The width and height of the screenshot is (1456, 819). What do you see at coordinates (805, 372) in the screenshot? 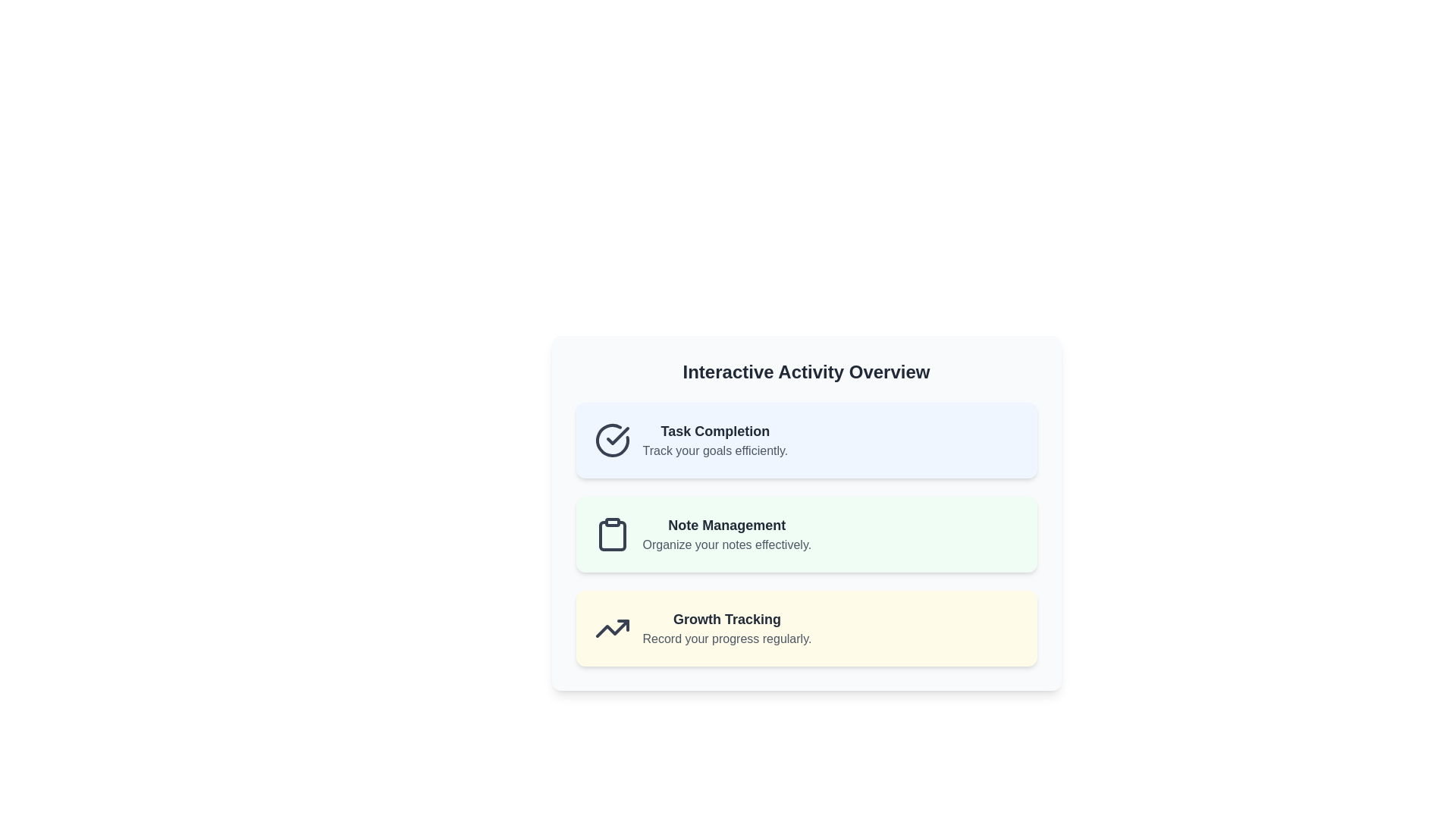
I see `the text label that reads 'Interactive Activity Overview', which is styled with a large bold font and positioned at the top of a card layout` at bounding box center [805, 372].